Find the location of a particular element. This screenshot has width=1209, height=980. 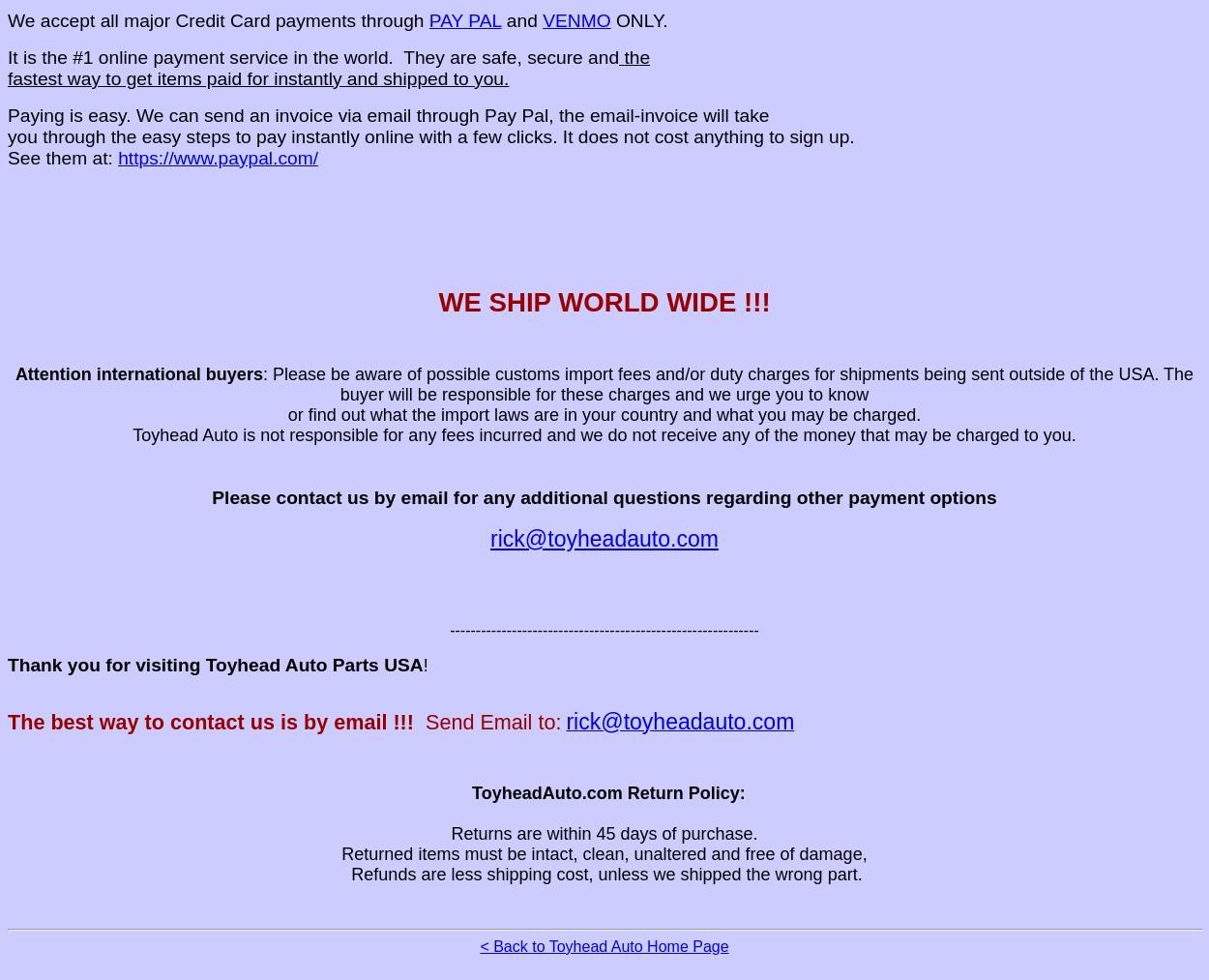

'https://www.paypal.com/' is located at coordinates (217, 157).